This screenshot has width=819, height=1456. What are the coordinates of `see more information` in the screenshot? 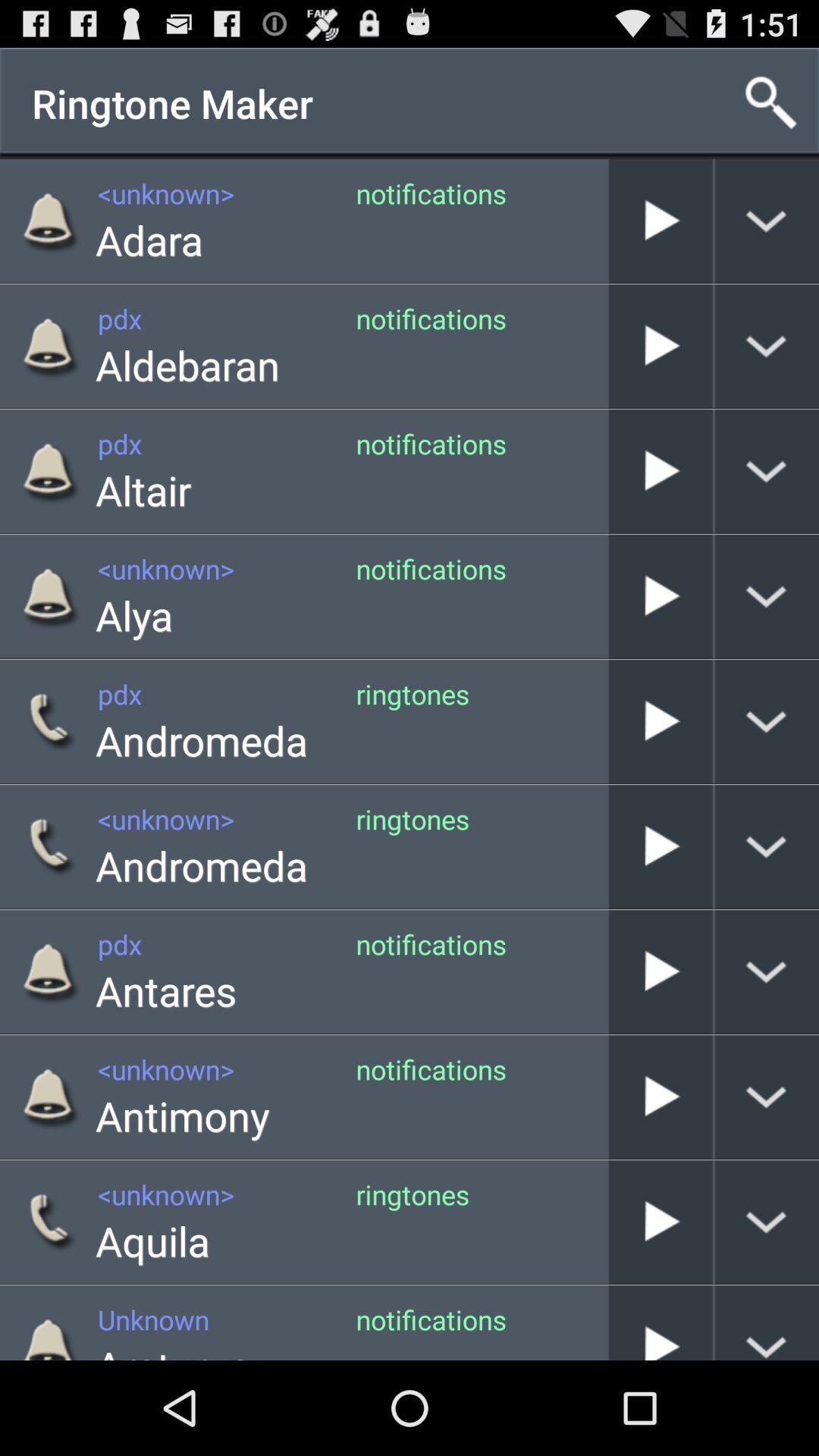 It's located at (767, 846).